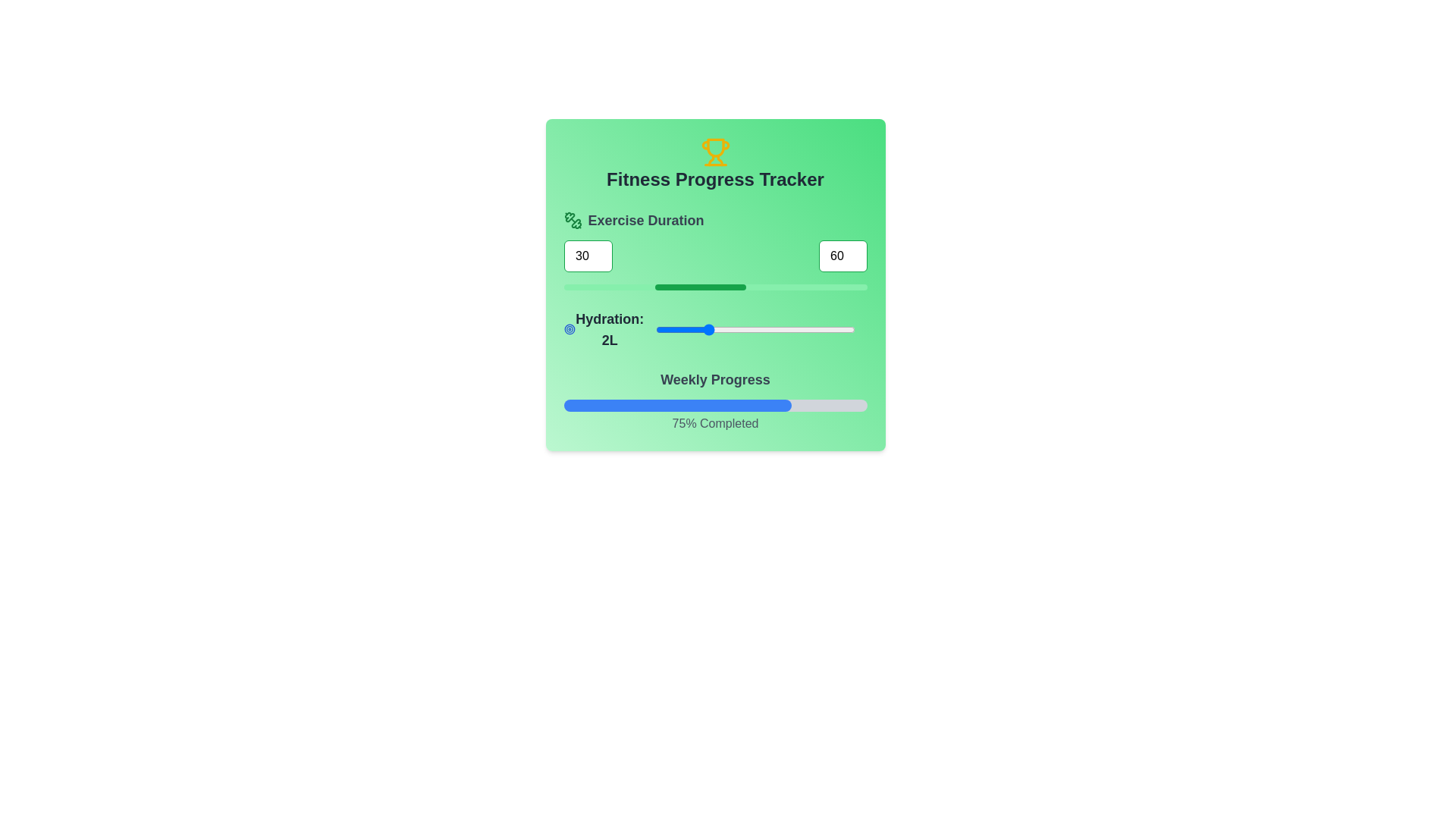  What do you see at coordinates (587, 256) in the screenshot?
I see `the Number input field located within the green-themed 'Fitness Progress Tracker' card under the 'Exercise Duration' label` at bounding box center [587, 256].